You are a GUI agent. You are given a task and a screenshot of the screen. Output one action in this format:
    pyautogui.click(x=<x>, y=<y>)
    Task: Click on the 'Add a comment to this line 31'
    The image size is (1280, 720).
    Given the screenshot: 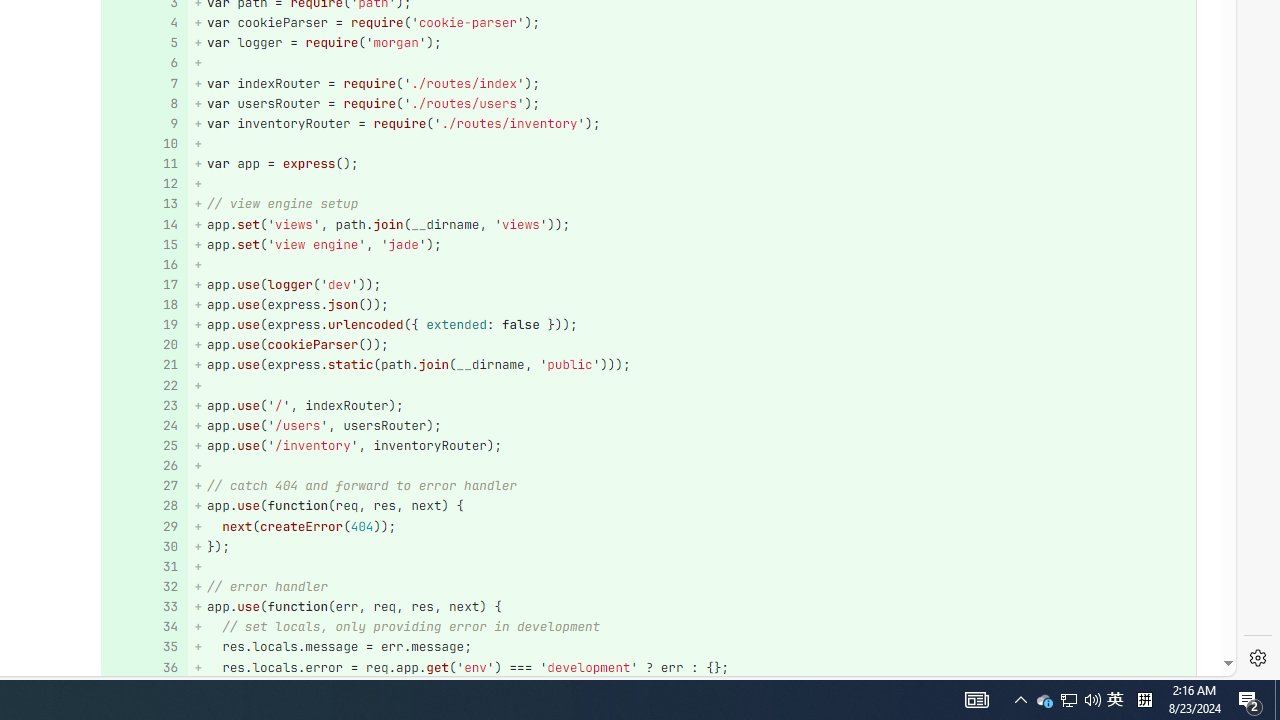 What is the action you would take?
    pyautogui.click(x=143, y=567)
    